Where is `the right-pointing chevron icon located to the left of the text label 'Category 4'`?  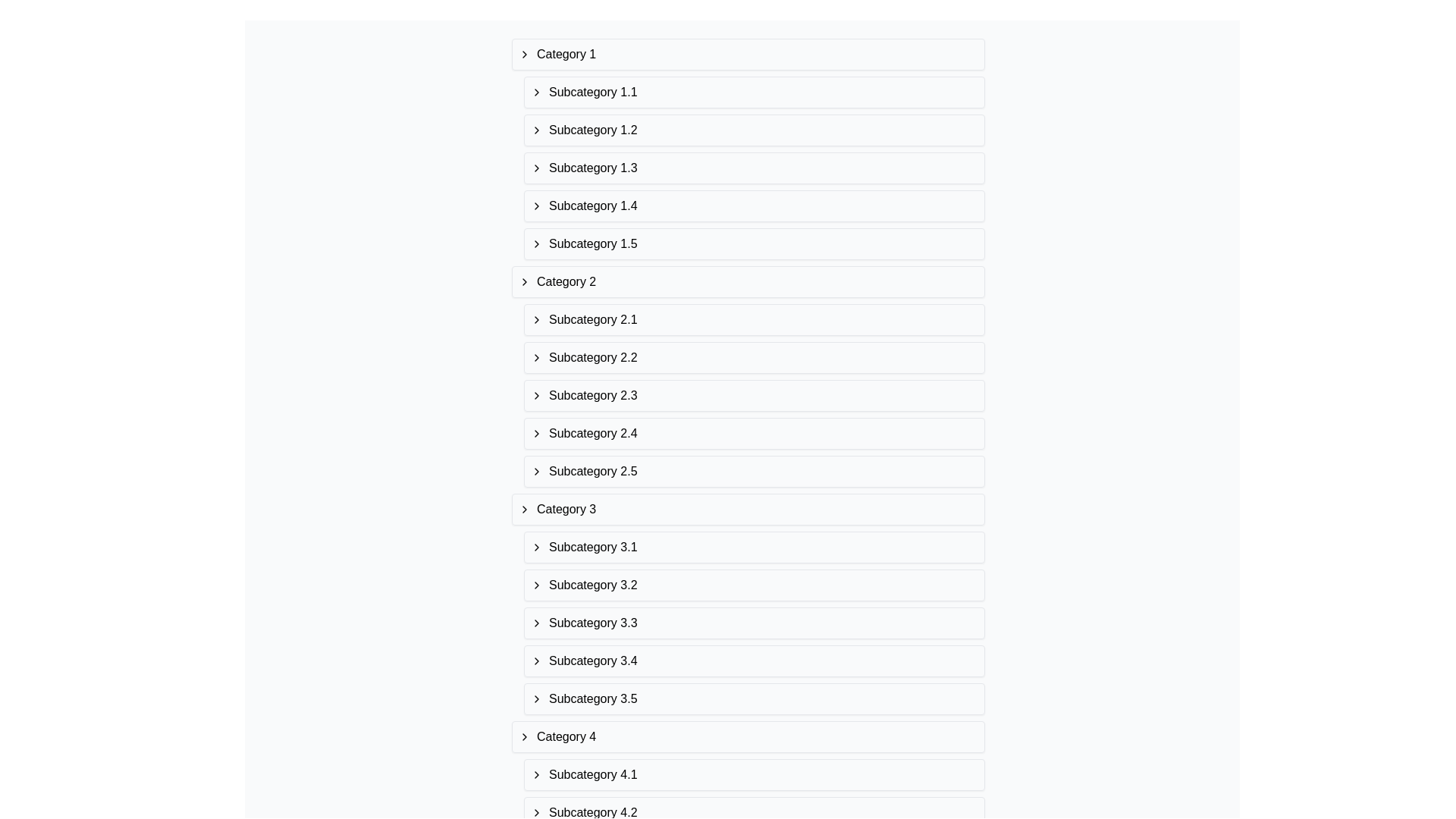 the right-pointing chevron icon located to the left of the text label 'Category 4' is located at coordinates (524, 736).